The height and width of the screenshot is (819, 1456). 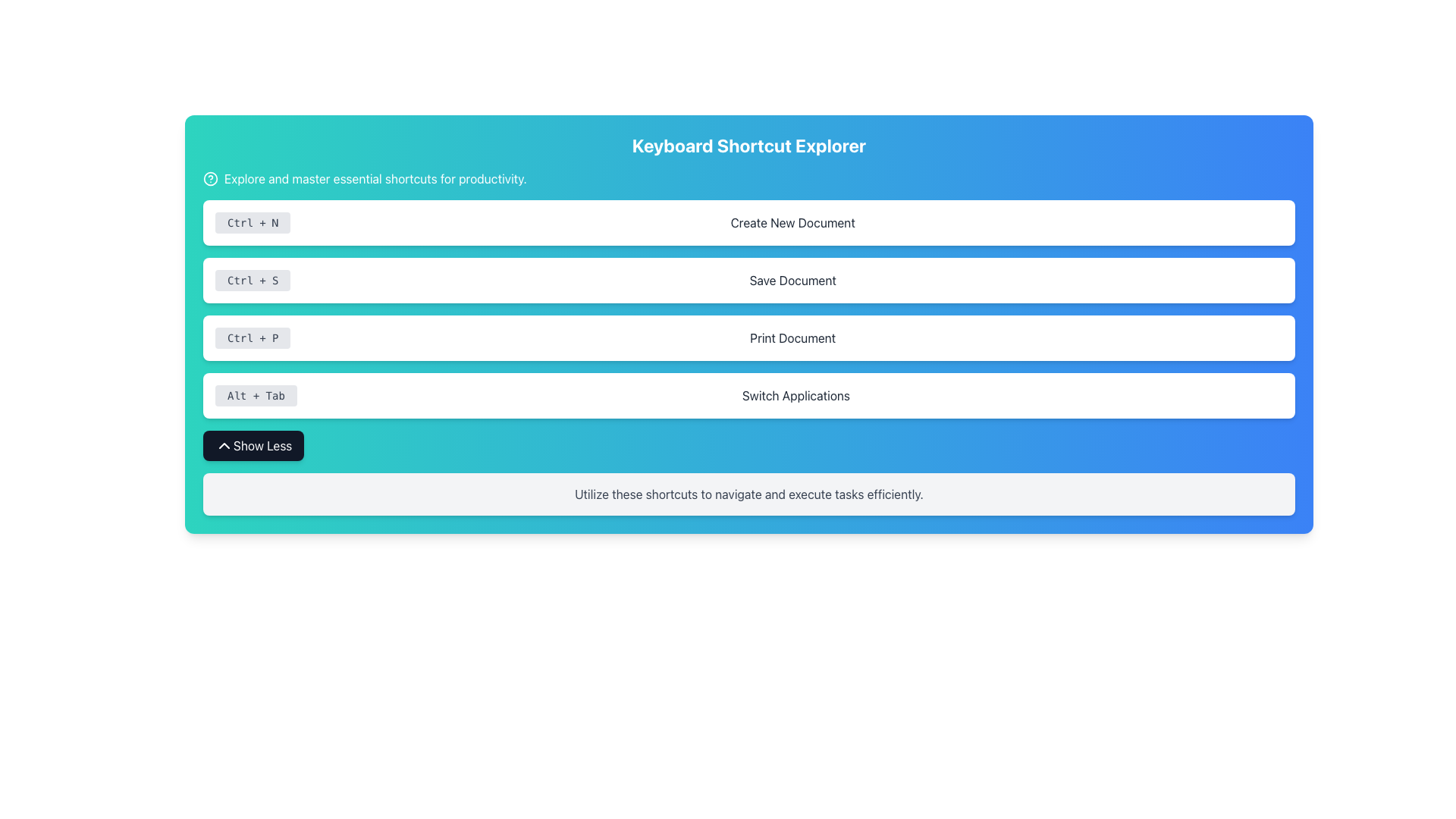 What do you see at coordinates (749, 494) in the screenshot?
I see `the static text element displaying 'Utilize these shortcuts to navigate and execute tasks efficiently.' which is styled with dark gray text on a light gray background` at bounding box center [749, 494].